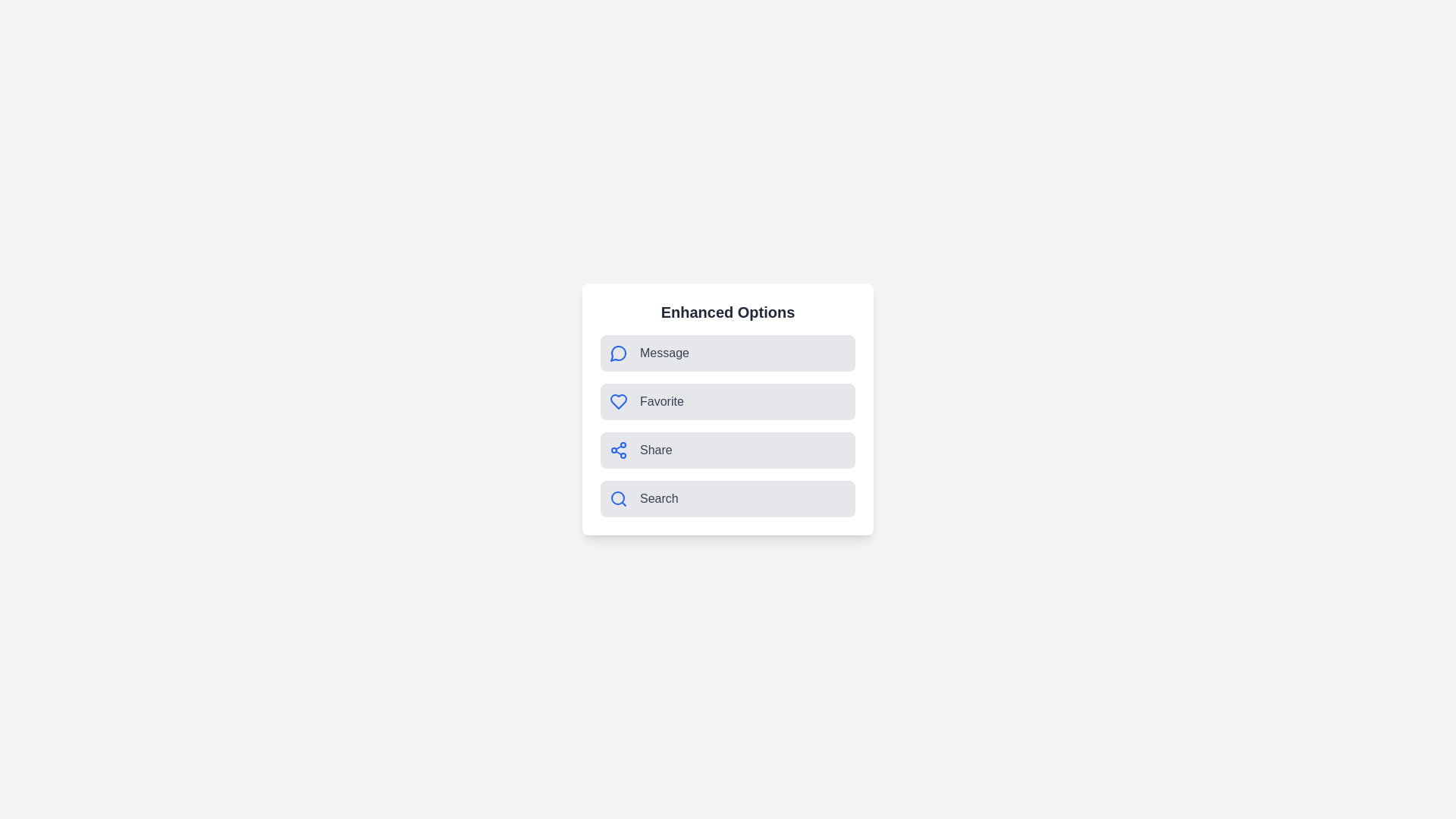 Image resolution: width=1456 pixels, height=819 pixels. I want to click on the 'Favorite' option to trigger its functionality, so click(728, 400).